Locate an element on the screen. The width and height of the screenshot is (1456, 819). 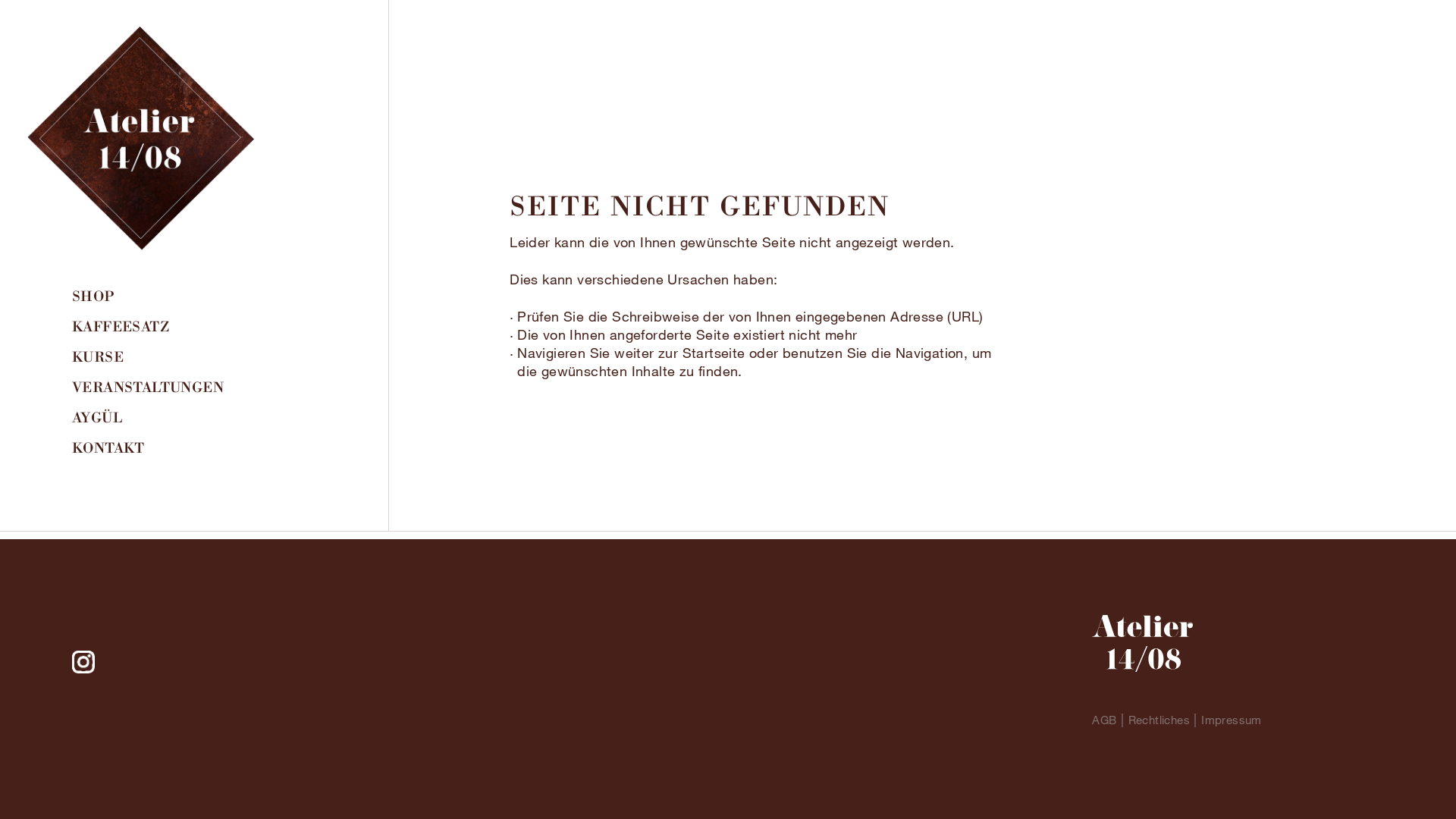
'AGB' is located at coordinates (1103, 718).